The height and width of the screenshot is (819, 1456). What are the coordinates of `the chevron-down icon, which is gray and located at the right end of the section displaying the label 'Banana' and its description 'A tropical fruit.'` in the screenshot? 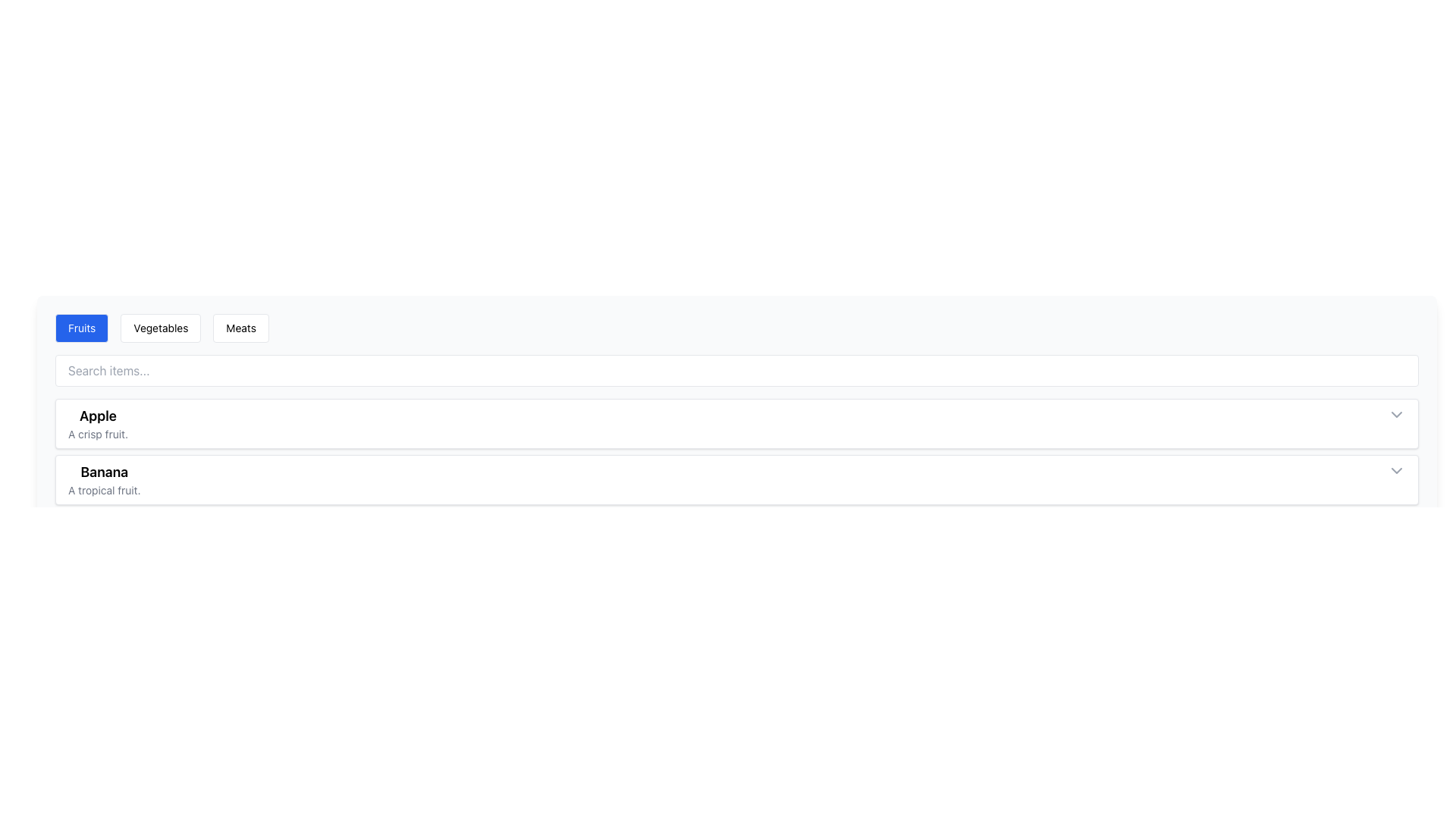 It's located at (1396, 470).